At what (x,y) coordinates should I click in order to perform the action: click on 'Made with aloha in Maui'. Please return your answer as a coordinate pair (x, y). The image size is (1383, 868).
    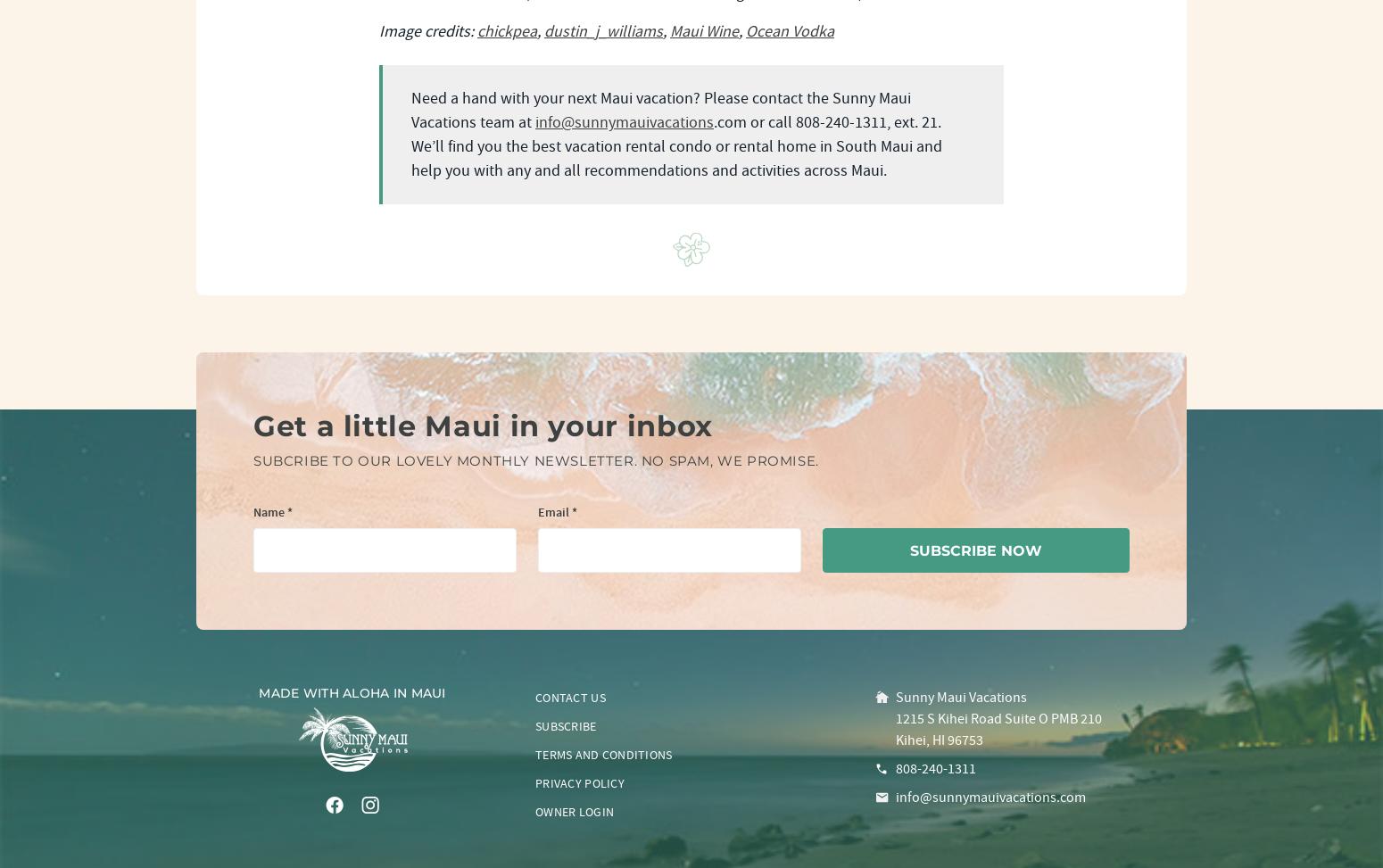
    Looking at the image, I should click on (259, 690).